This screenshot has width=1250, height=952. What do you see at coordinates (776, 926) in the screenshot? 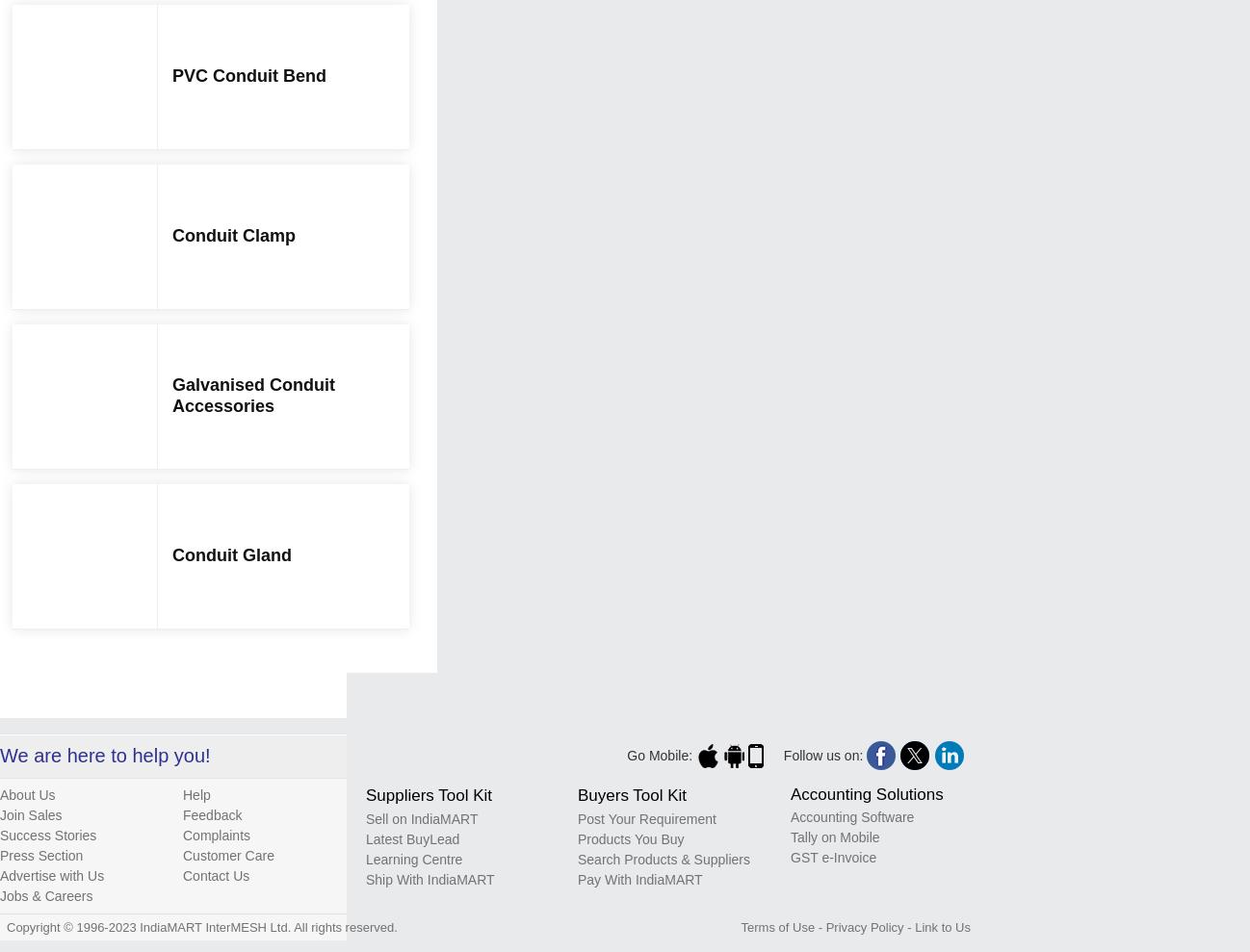
I see `'Terms of Use'` at bounding box center [776, 926].